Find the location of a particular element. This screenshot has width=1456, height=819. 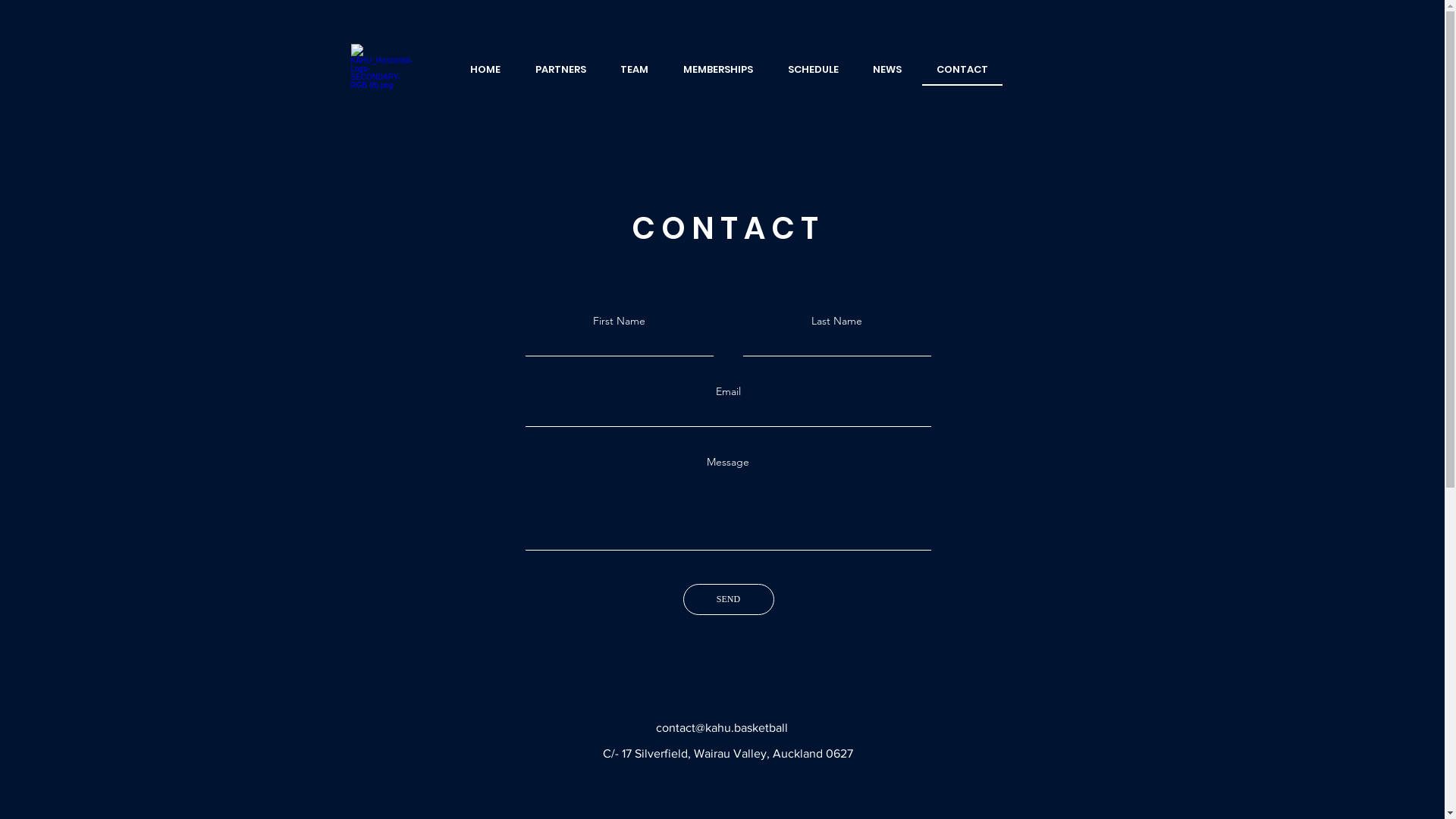

'SCHEDULE' is located at coordinates (773, 70).